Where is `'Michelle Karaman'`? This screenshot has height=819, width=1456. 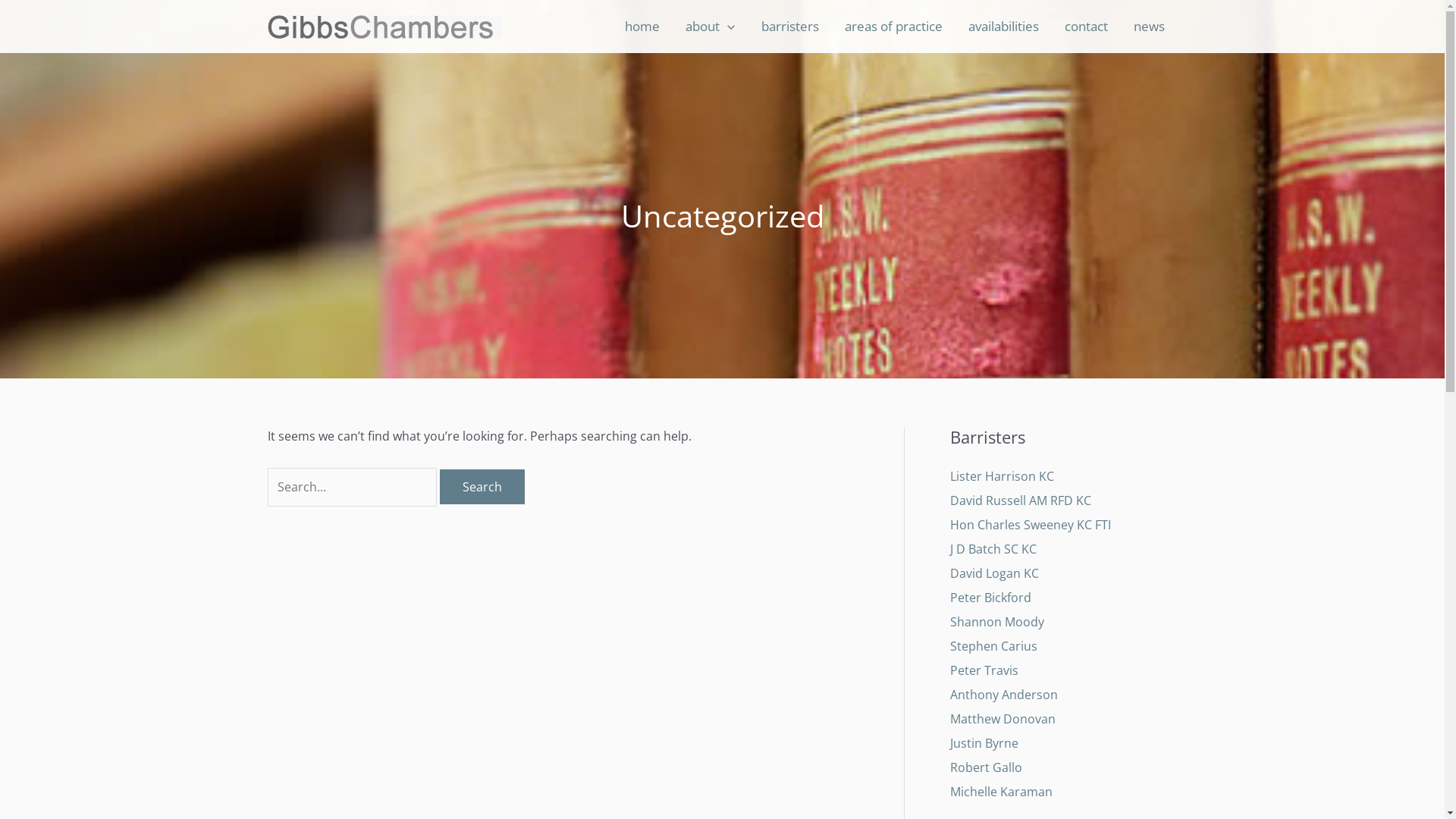
'Michelle Karaman' is located at coordinates (1000, 791).